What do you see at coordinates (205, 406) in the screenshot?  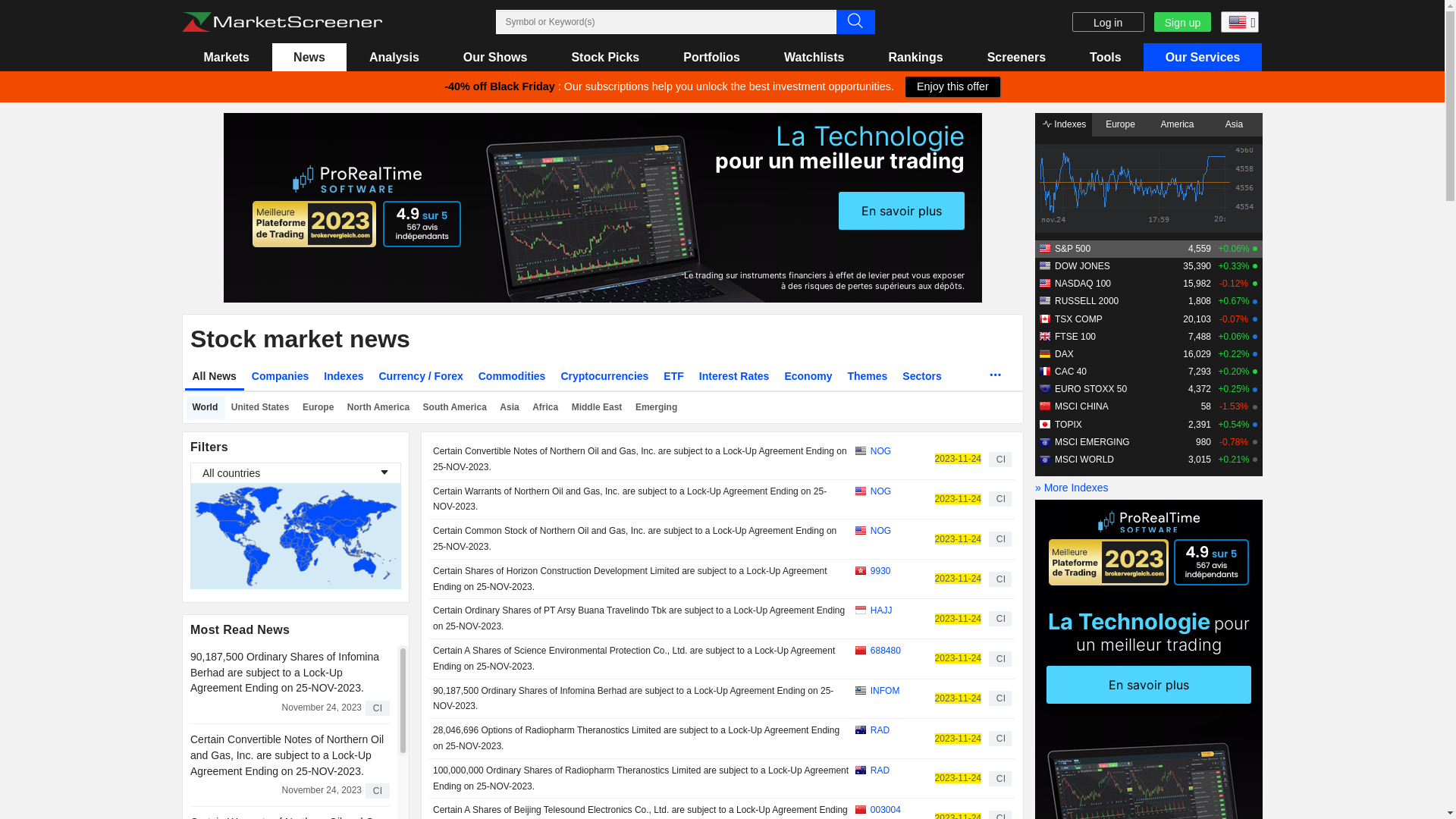 I see `'World'` at bounding box center [205, 406].